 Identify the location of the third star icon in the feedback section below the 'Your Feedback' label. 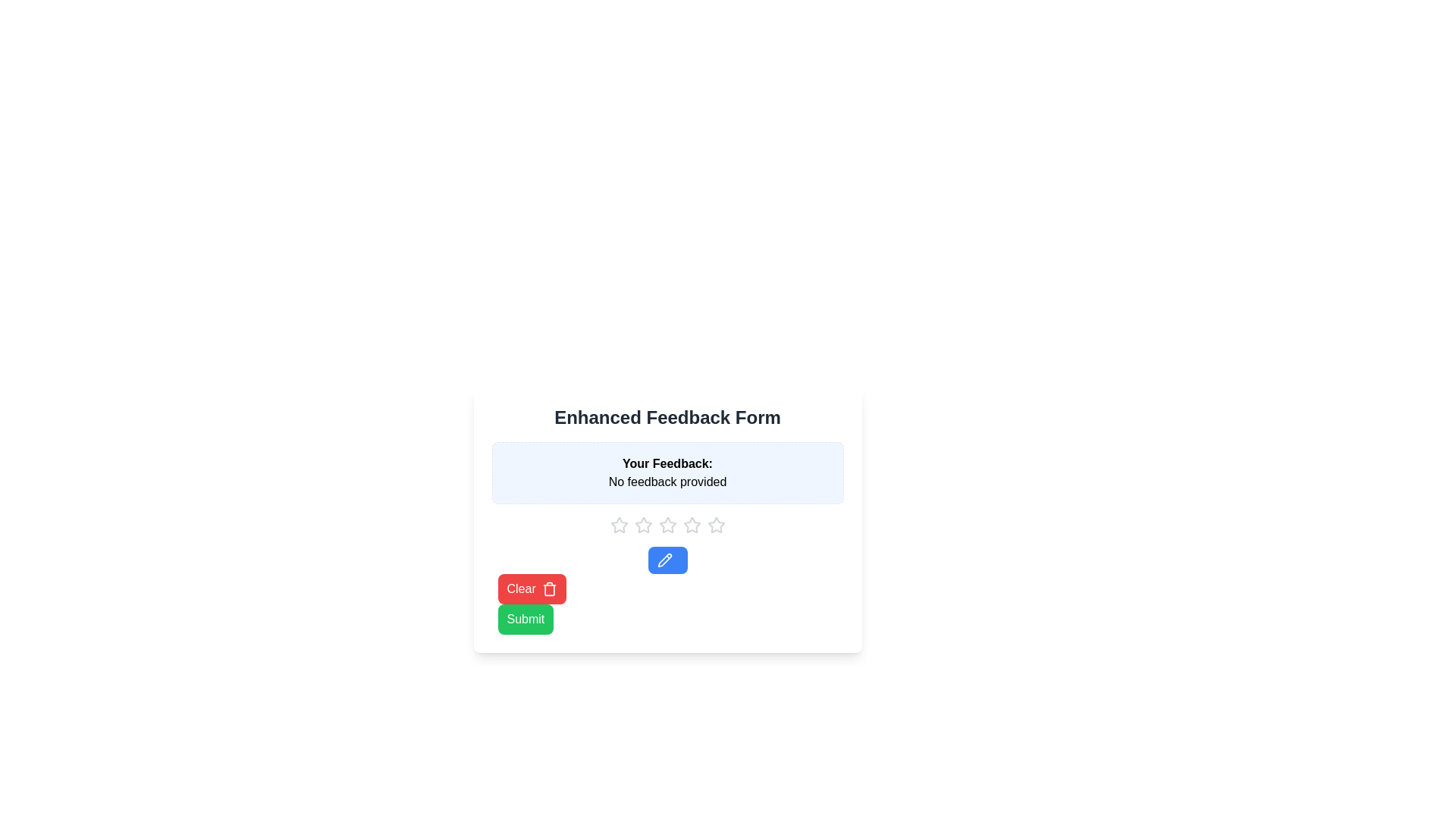
(643, 525).